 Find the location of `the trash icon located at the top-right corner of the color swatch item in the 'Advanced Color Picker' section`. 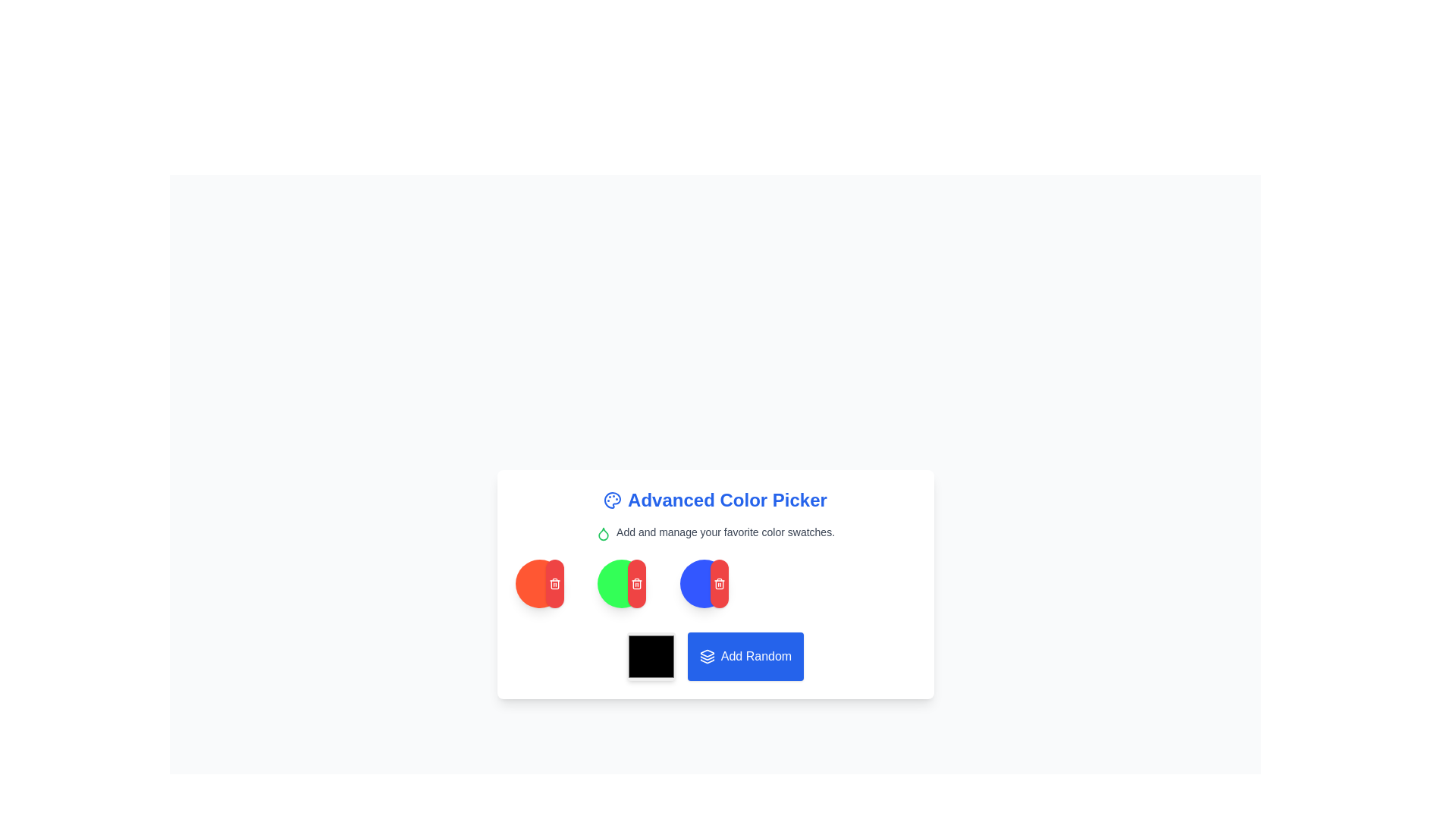

the trash icon located at the top-right corner of the color swatch item in the 'Advanced Color Picker' section is located at coordinates (637, 582).